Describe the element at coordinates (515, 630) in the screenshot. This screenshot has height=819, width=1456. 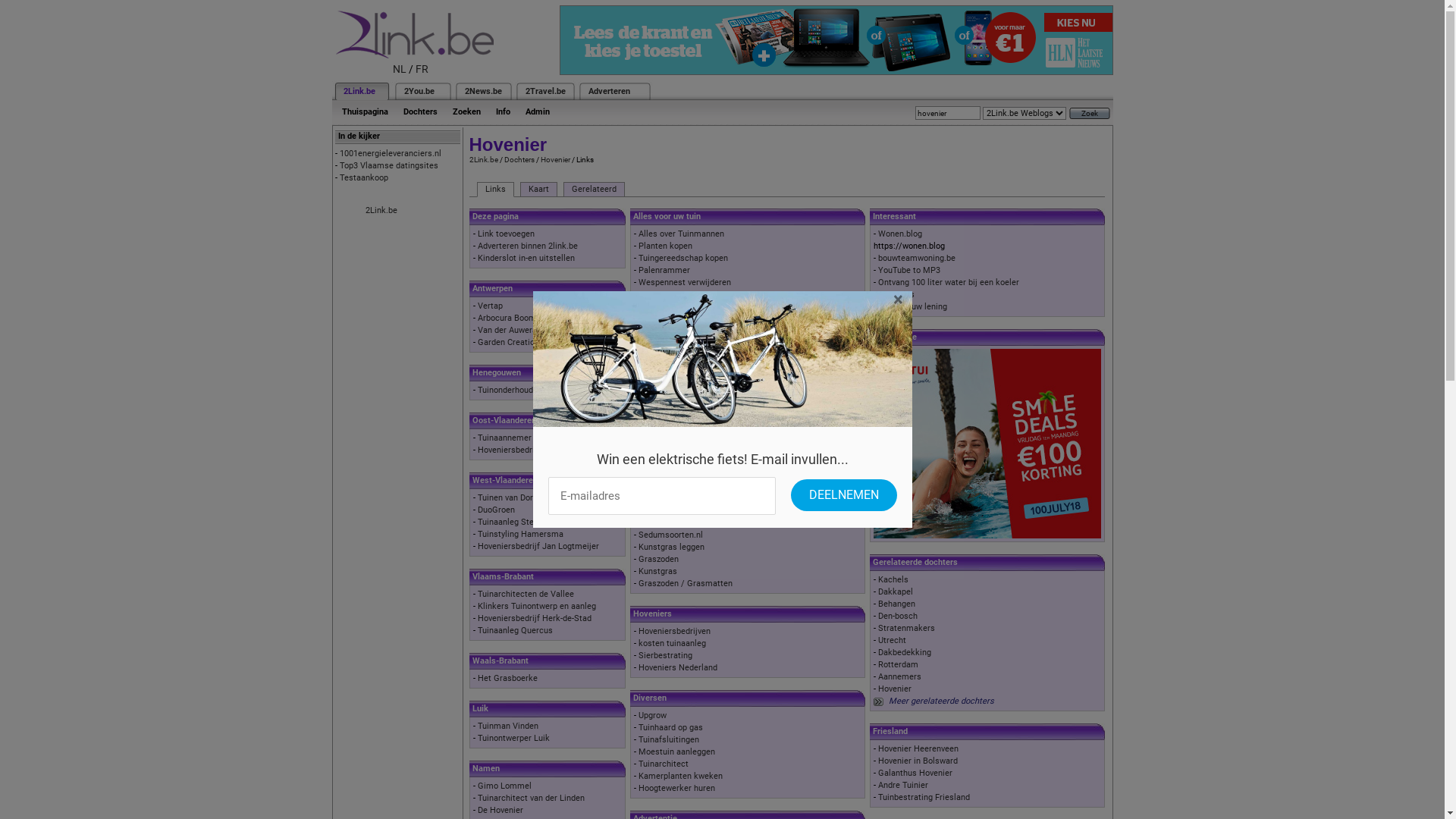
I see `'Tuinaanleg Quercus'` at that location.